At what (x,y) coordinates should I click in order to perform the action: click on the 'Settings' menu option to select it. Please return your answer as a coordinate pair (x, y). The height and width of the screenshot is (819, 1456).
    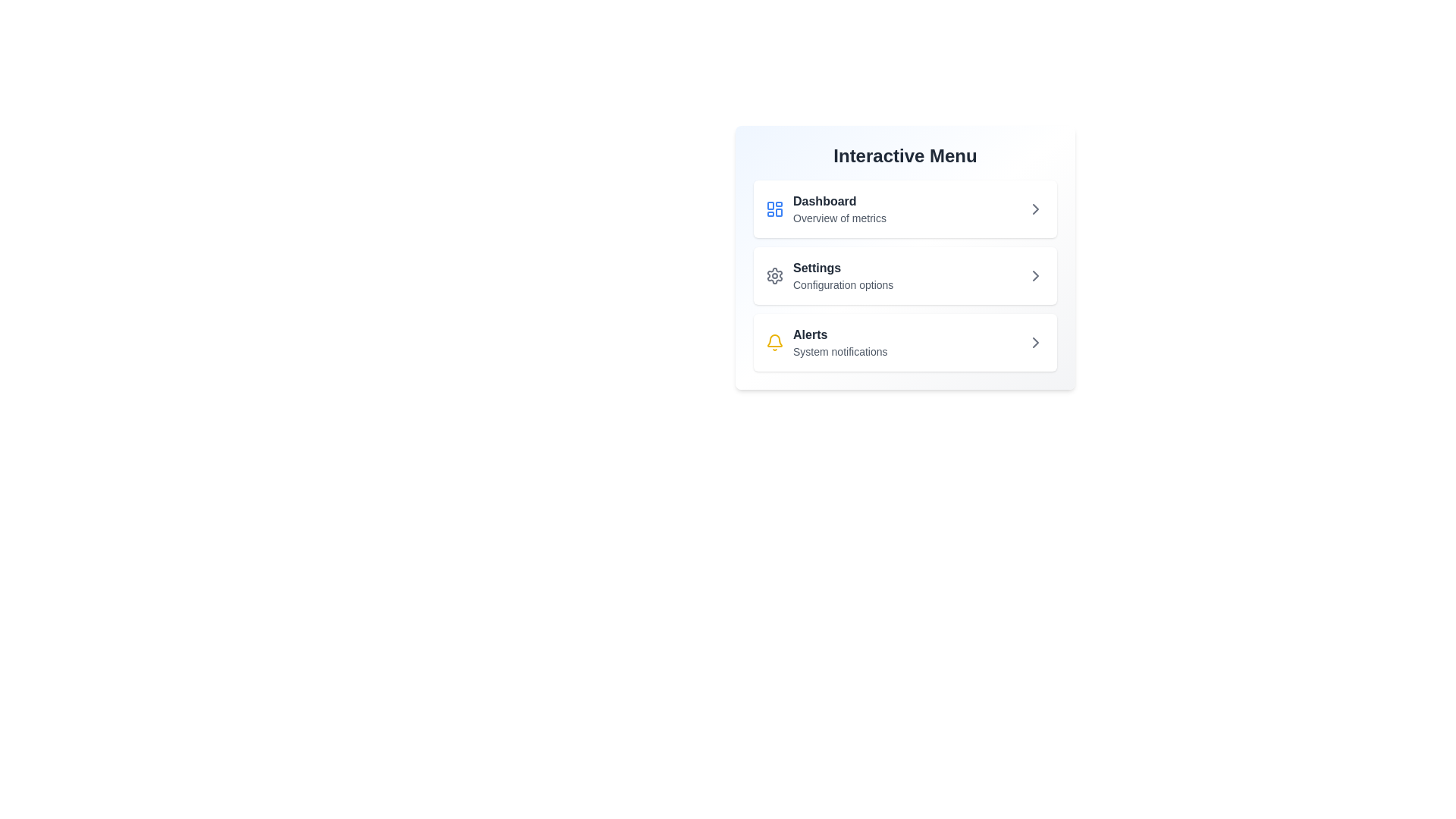
    Looking at the image, I should click on (843, 275).